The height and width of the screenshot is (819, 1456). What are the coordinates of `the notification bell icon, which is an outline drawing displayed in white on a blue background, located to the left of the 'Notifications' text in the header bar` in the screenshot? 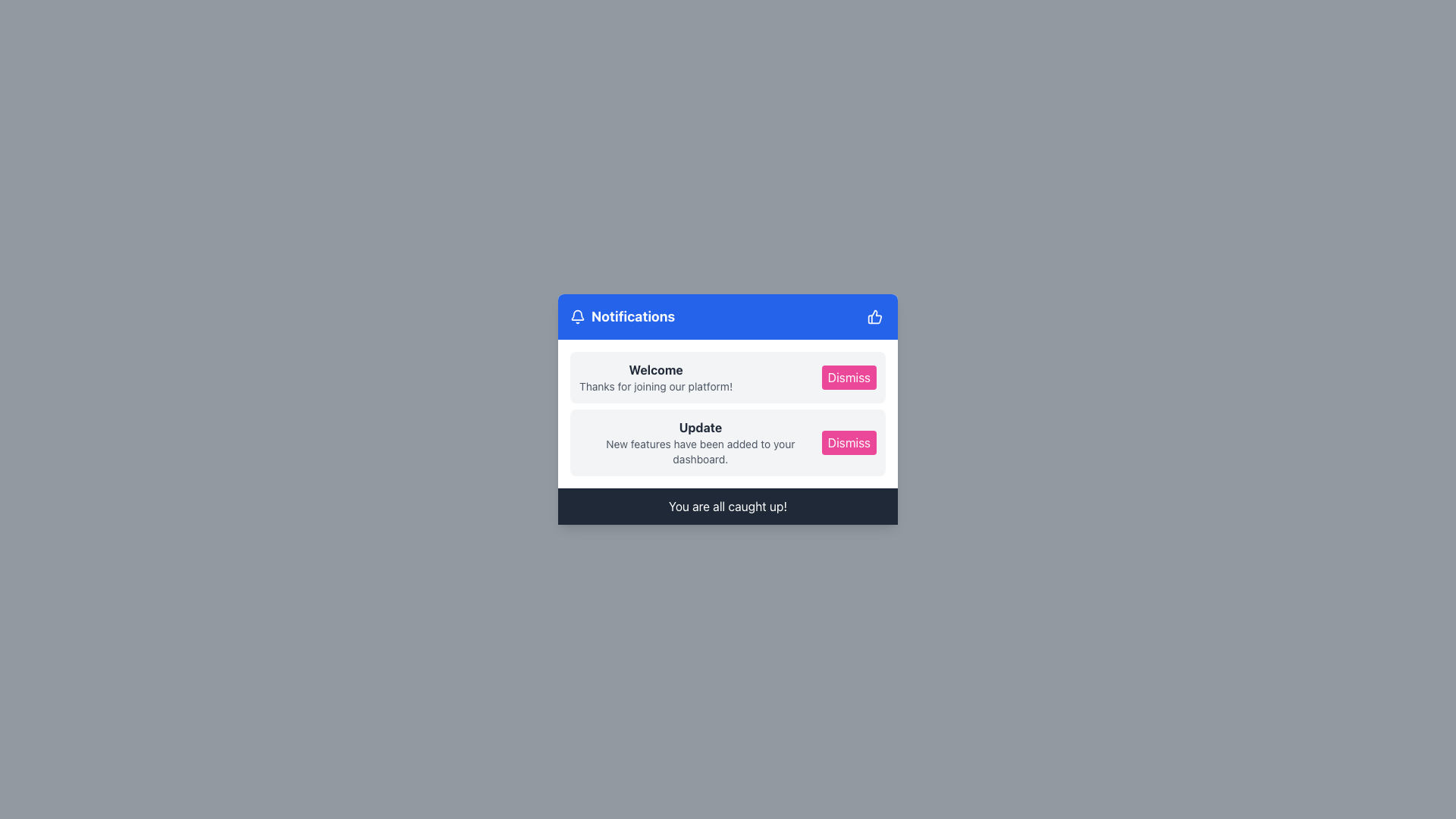 It's located at (577, 315).